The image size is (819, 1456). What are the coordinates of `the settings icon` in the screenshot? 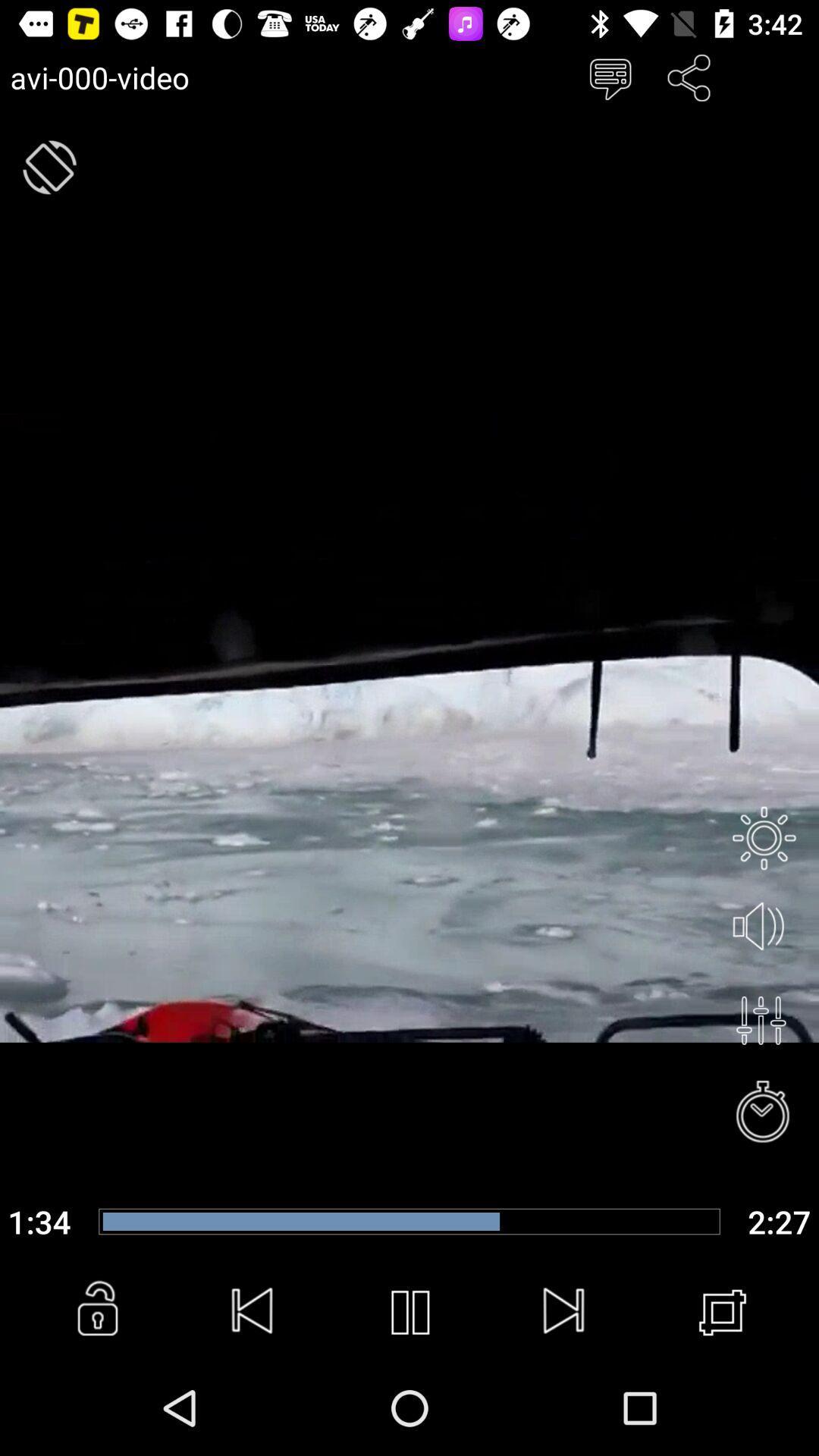 It's located at (764, 837).